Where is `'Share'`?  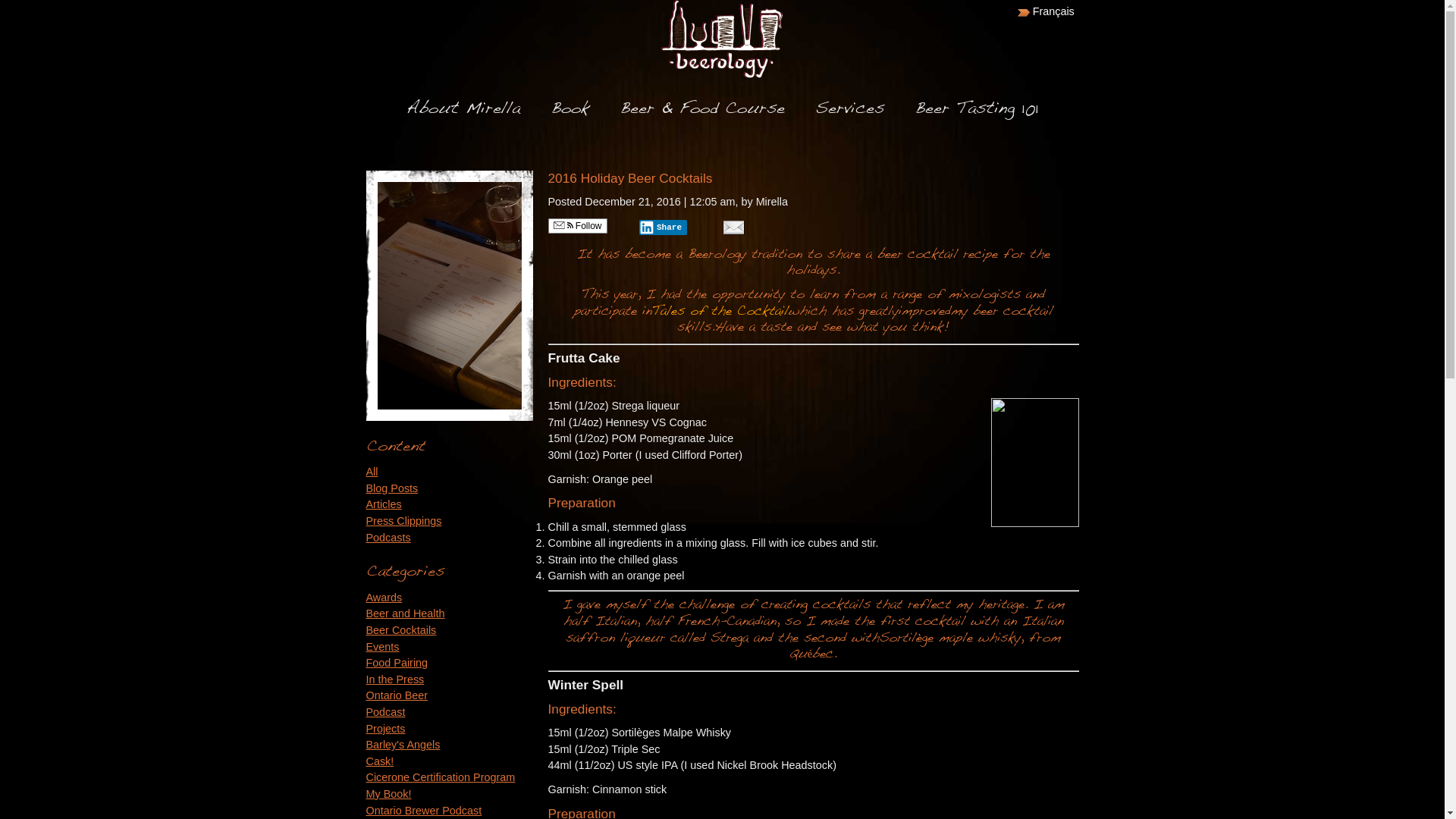
'Share' is located at coordinates (638, 227).